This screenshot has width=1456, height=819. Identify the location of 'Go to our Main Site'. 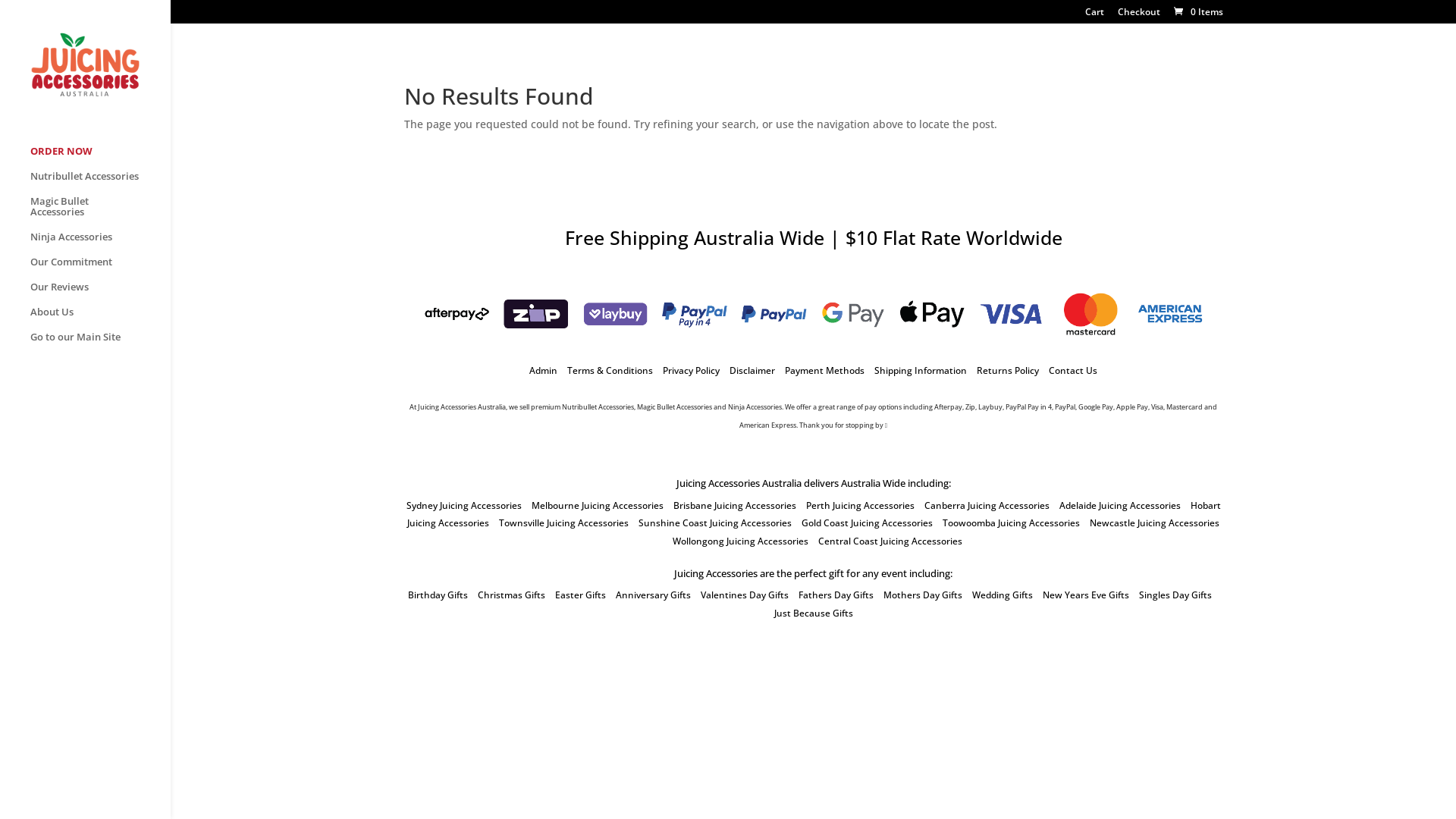
(99, 344).